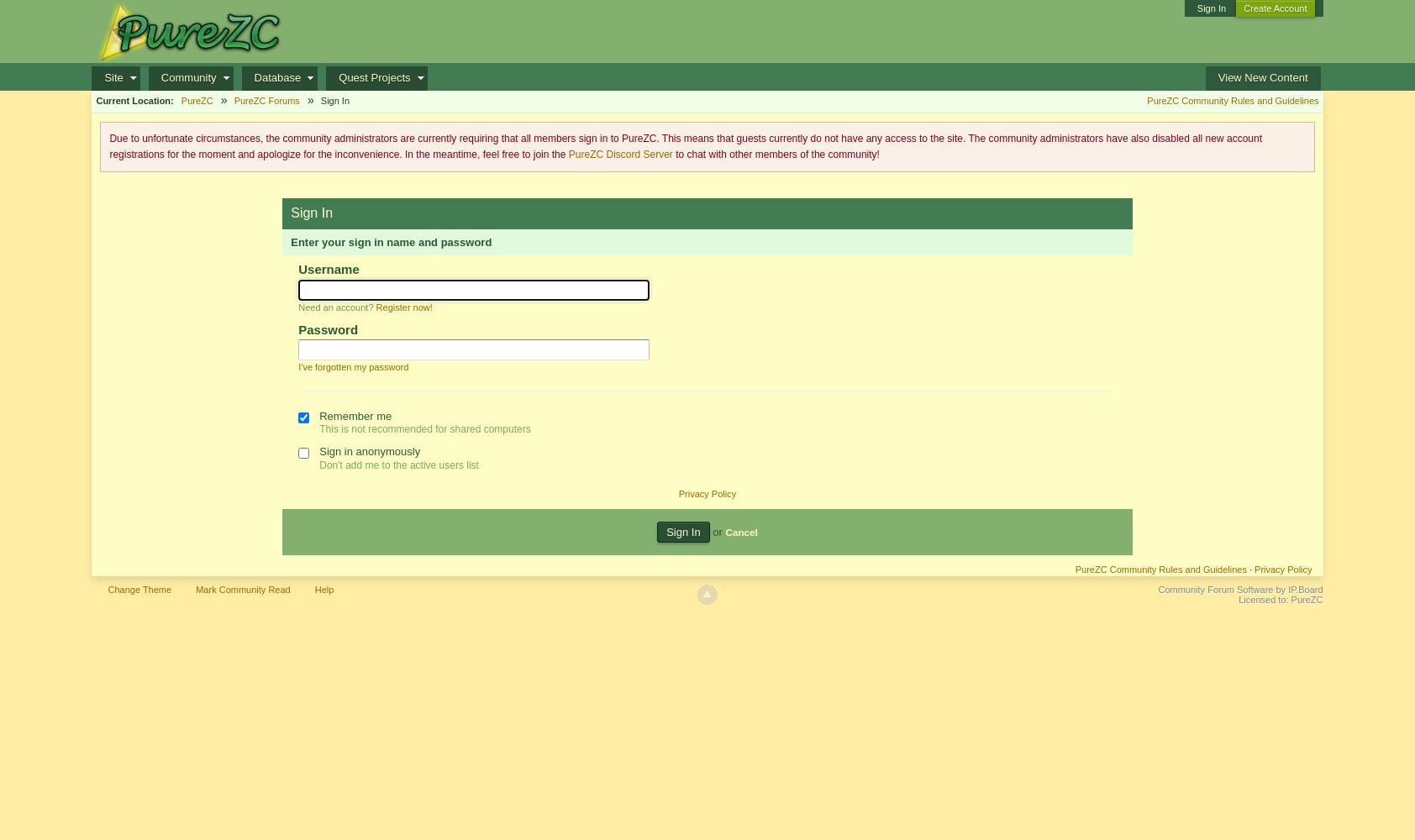 This screenshot has height=840, width=1415. What do you see at coordinates (1240, 589) in the screenshot?
I see `'Community Forum Software by IP.Board'` at bounding box center [1240, 589].